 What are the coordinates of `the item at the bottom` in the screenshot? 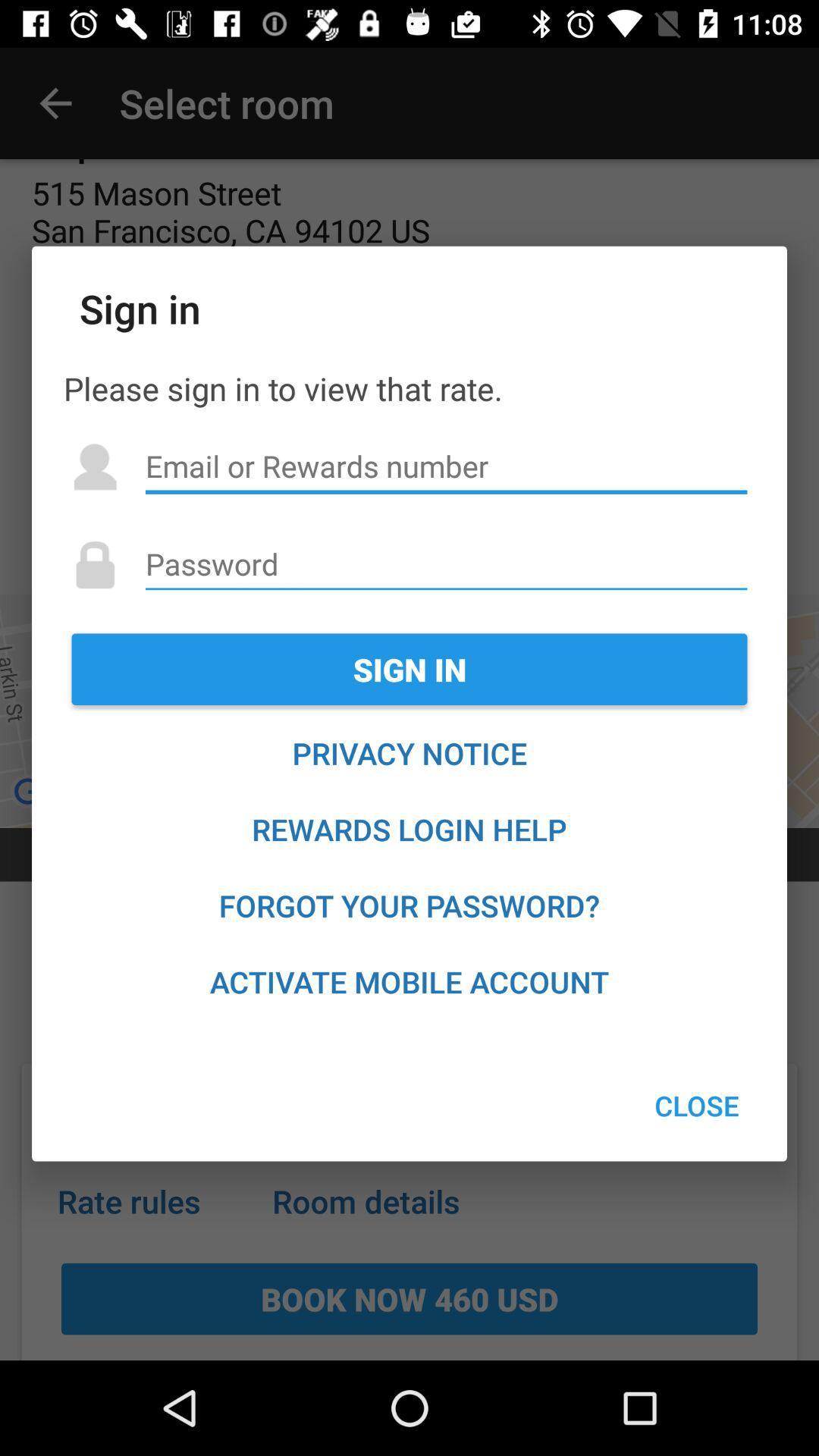 It's located at (409, 981).